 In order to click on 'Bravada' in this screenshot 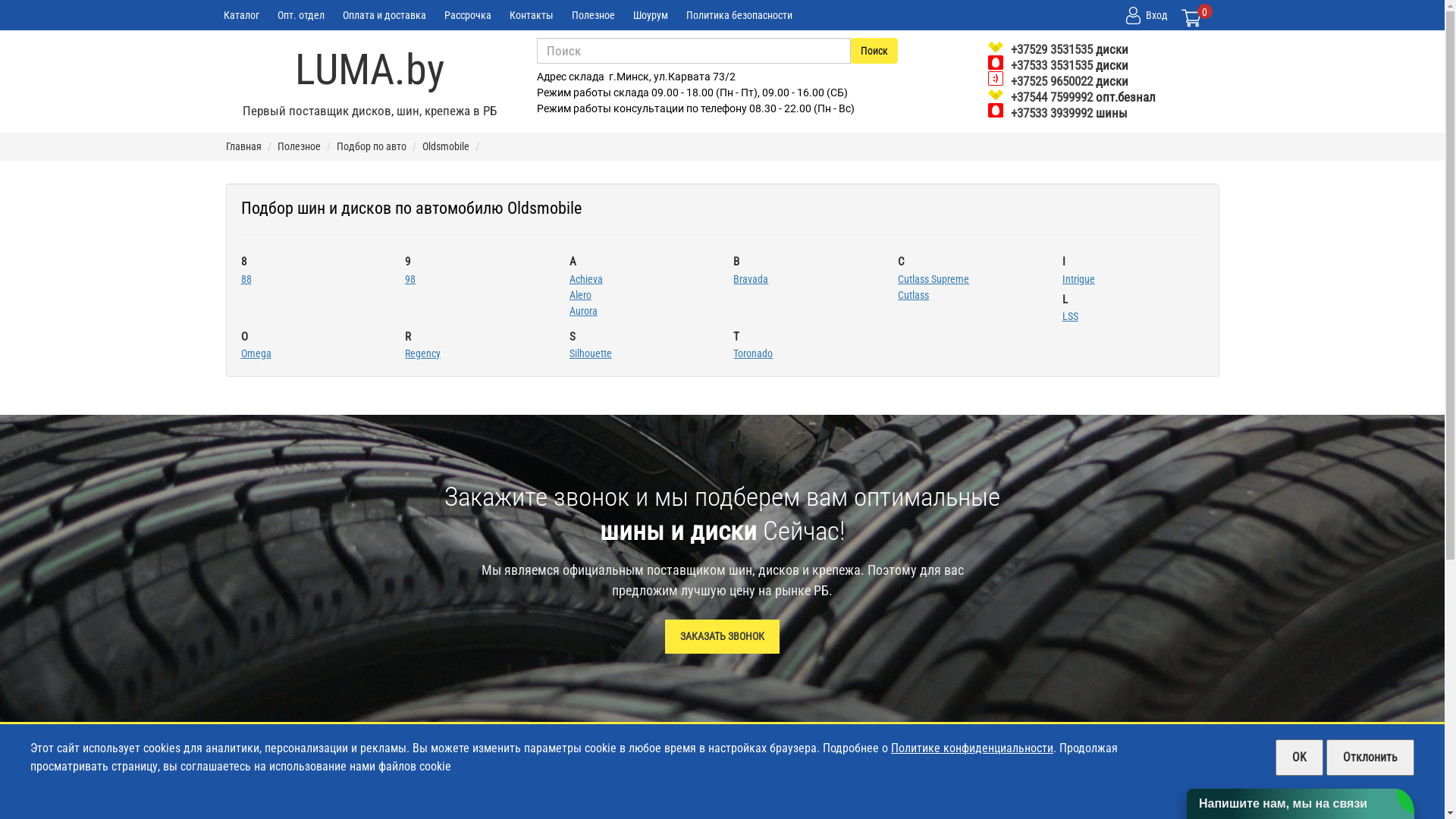, I will do `click(750, 278)`.